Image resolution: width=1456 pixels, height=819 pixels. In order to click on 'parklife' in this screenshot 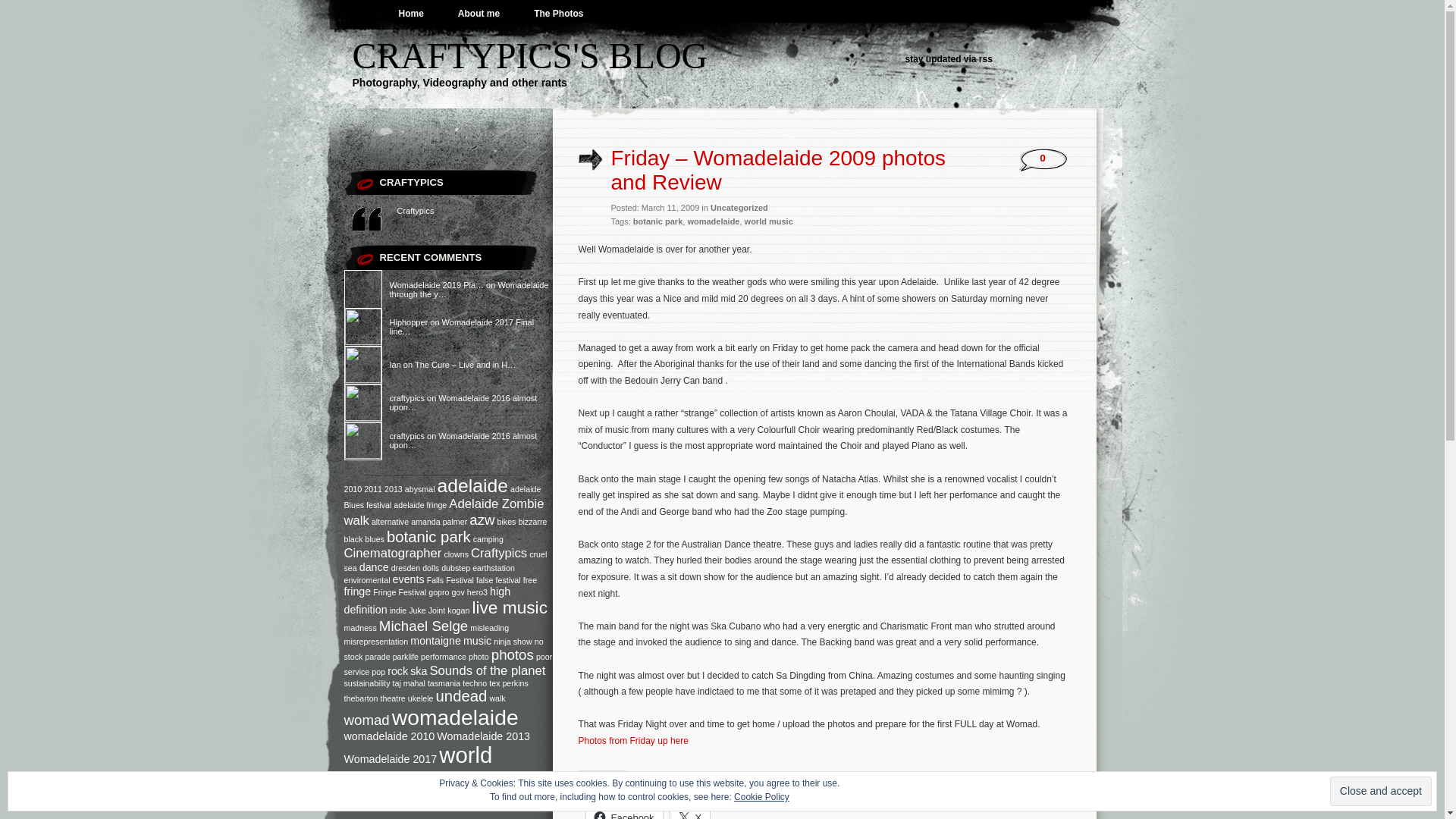, I will do `click(405, 656)`.